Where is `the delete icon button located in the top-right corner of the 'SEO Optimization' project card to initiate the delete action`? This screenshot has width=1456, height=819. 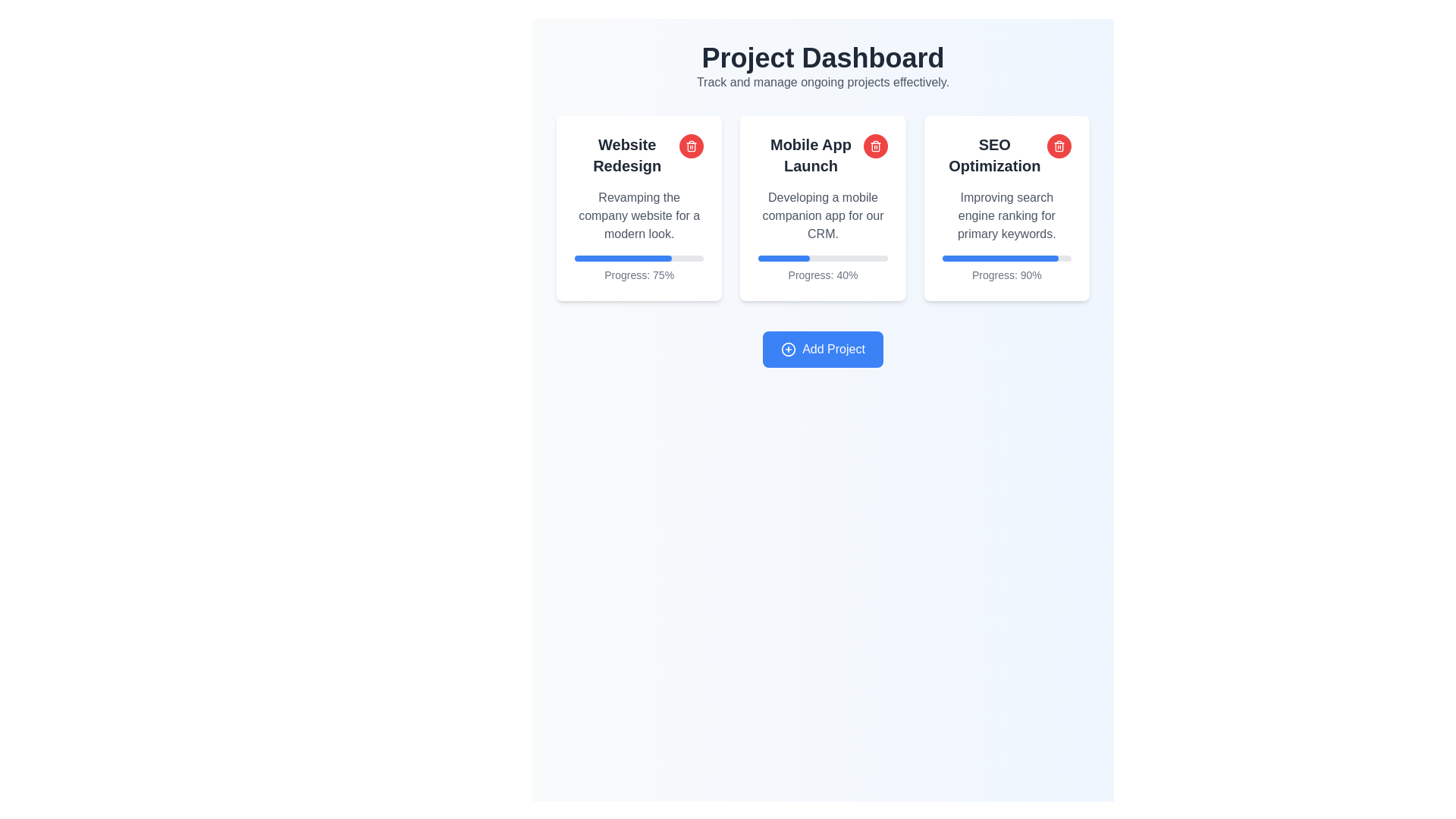
the delete icon button located in the top-right corner of the 'SEO Optimization' project card to initiate the delete action is located at coordinates (1058, 146).